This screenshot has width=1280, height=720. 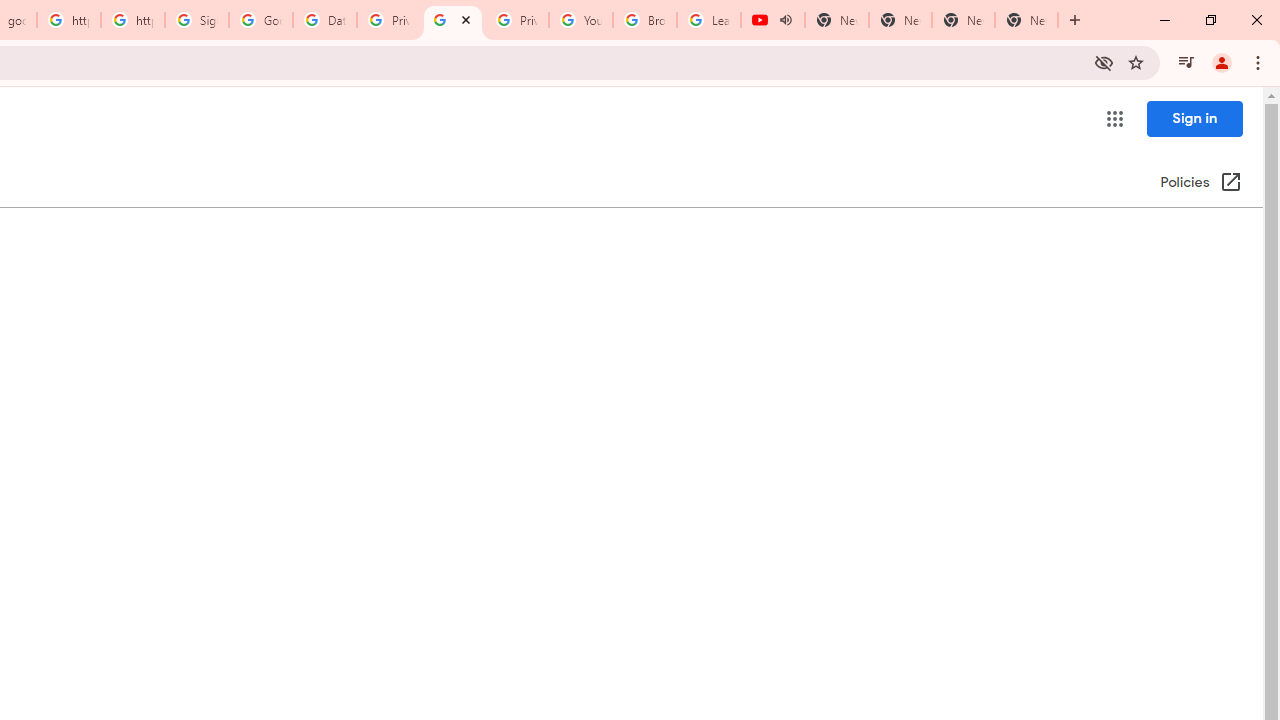 I want to click on 'Mute tab', so click(x=784, y=20).